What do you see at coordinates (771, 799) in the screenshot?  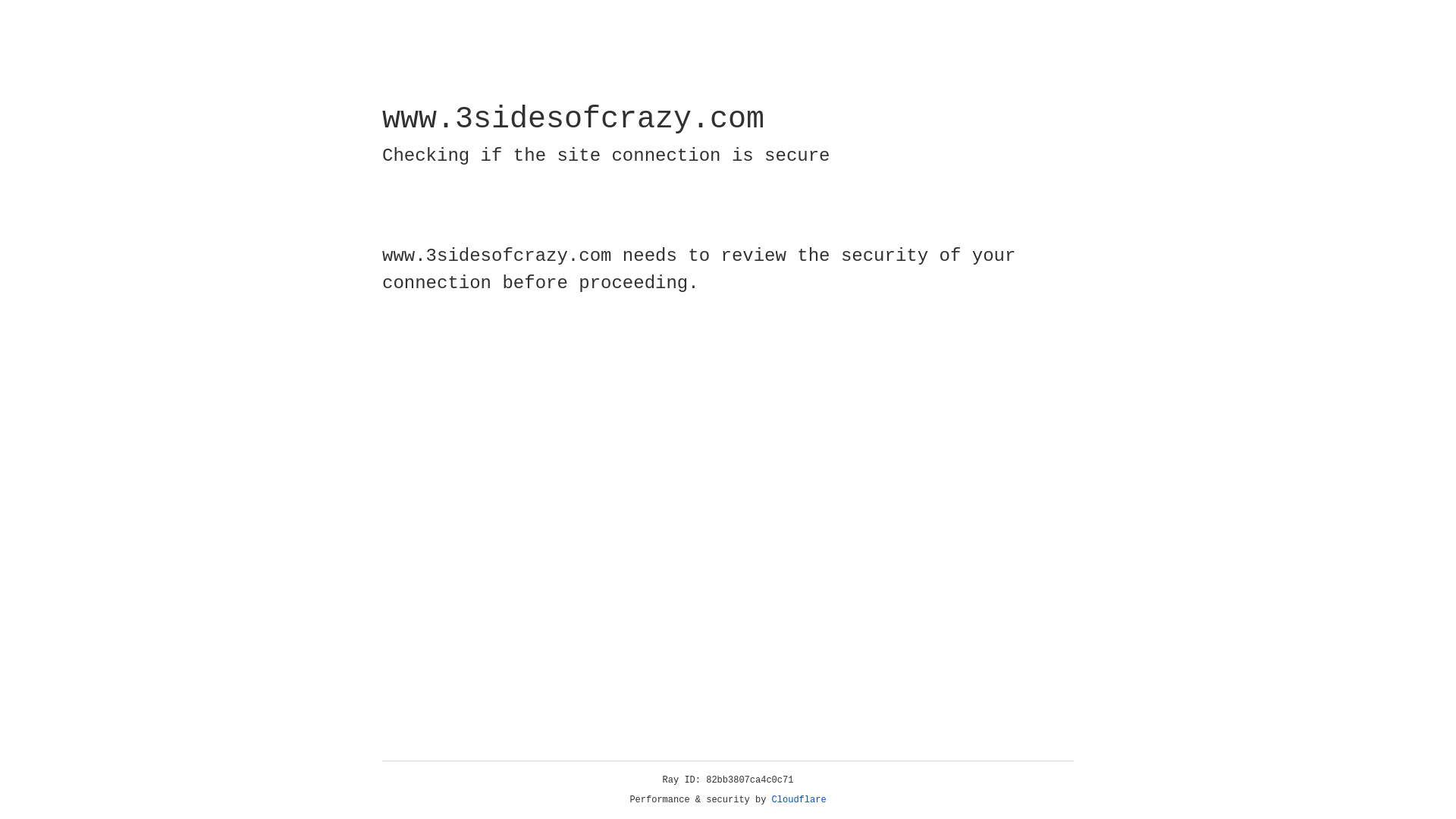 I see `'Cloudflare'` at bounding box center [771, 799].